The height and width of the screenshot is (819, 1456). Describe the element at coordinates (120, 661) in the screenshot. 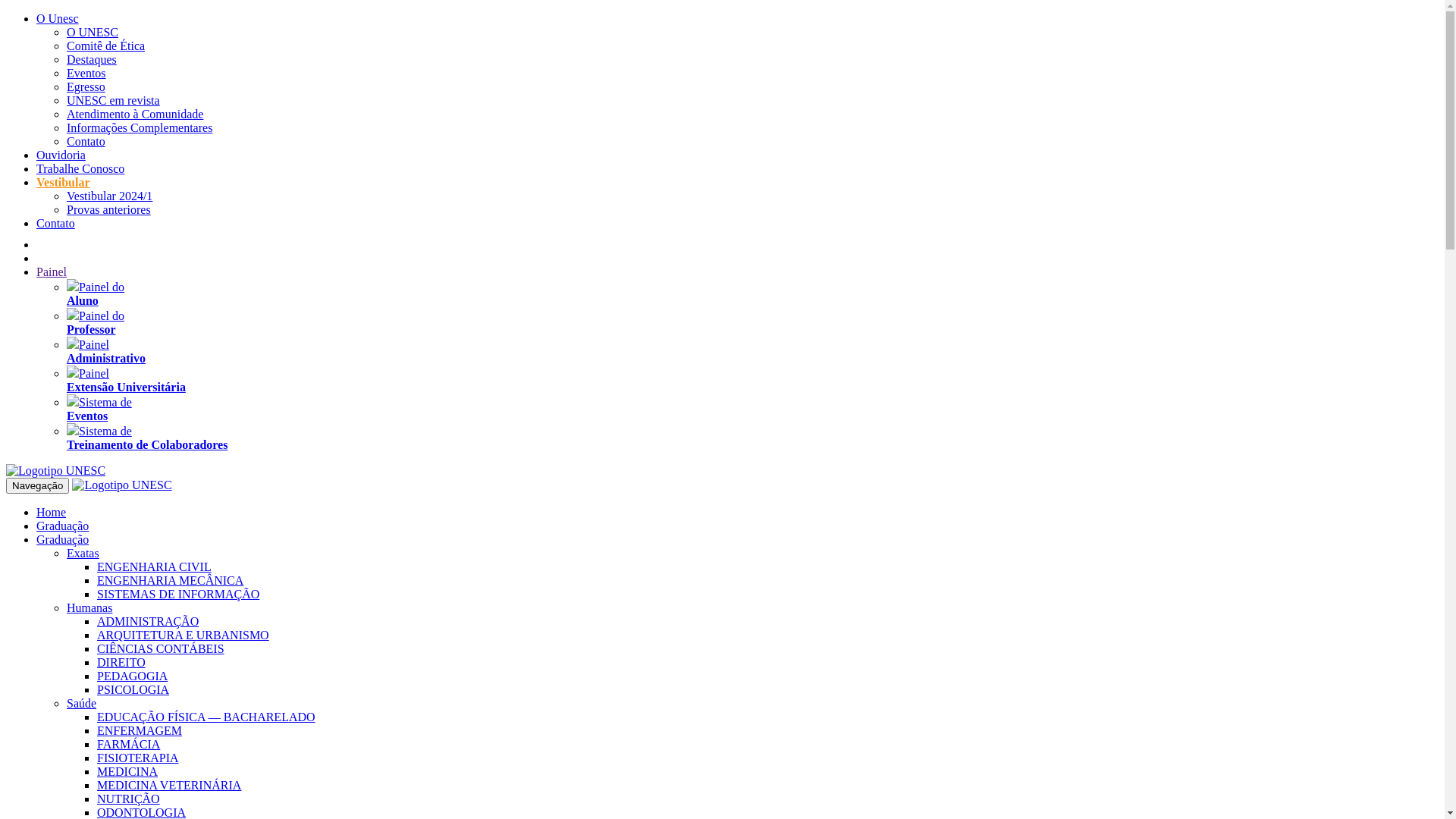

I see `'DIREITO'` at that location.